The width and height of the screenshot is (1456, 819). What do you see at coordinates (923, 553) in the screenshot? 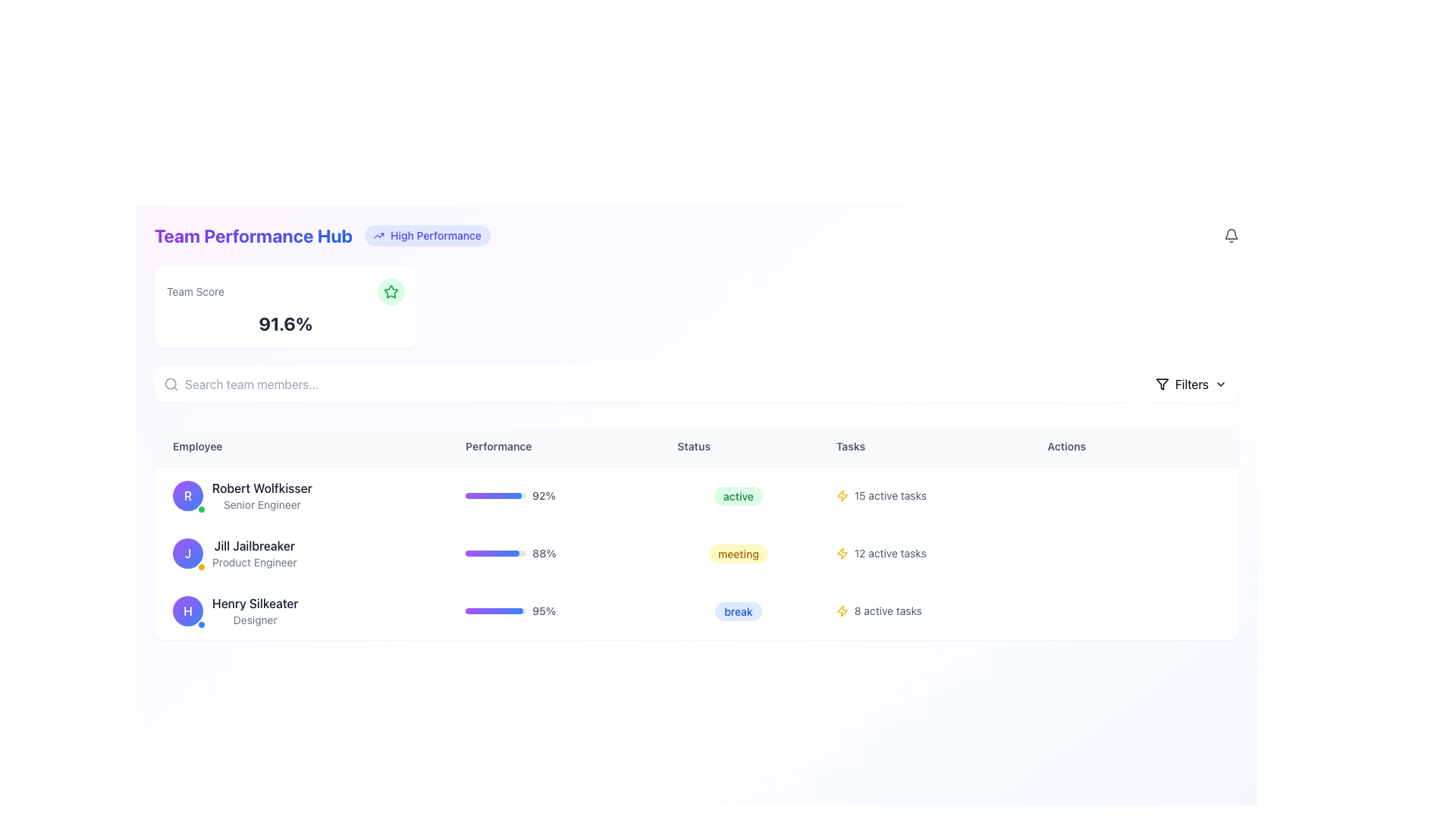
I see `information from the '12 active tasks.' text element with a lightning bolt icon located in the 'Tasks' column of the second row in the table` at bounding box center [923, 553].